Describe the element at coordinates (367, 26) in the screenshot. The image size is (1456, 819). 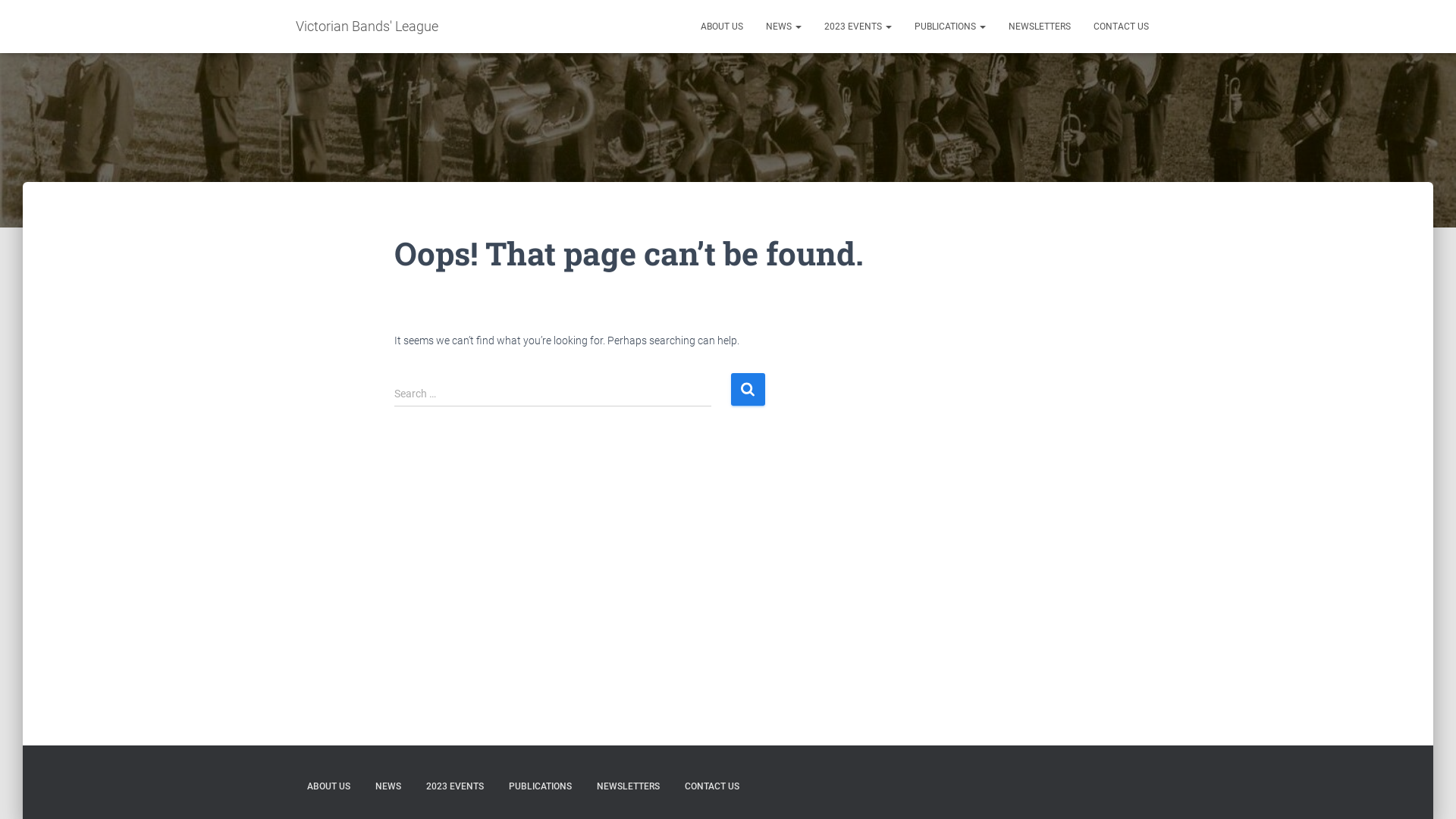
I see `'Victorian Bands' League'` at that location.